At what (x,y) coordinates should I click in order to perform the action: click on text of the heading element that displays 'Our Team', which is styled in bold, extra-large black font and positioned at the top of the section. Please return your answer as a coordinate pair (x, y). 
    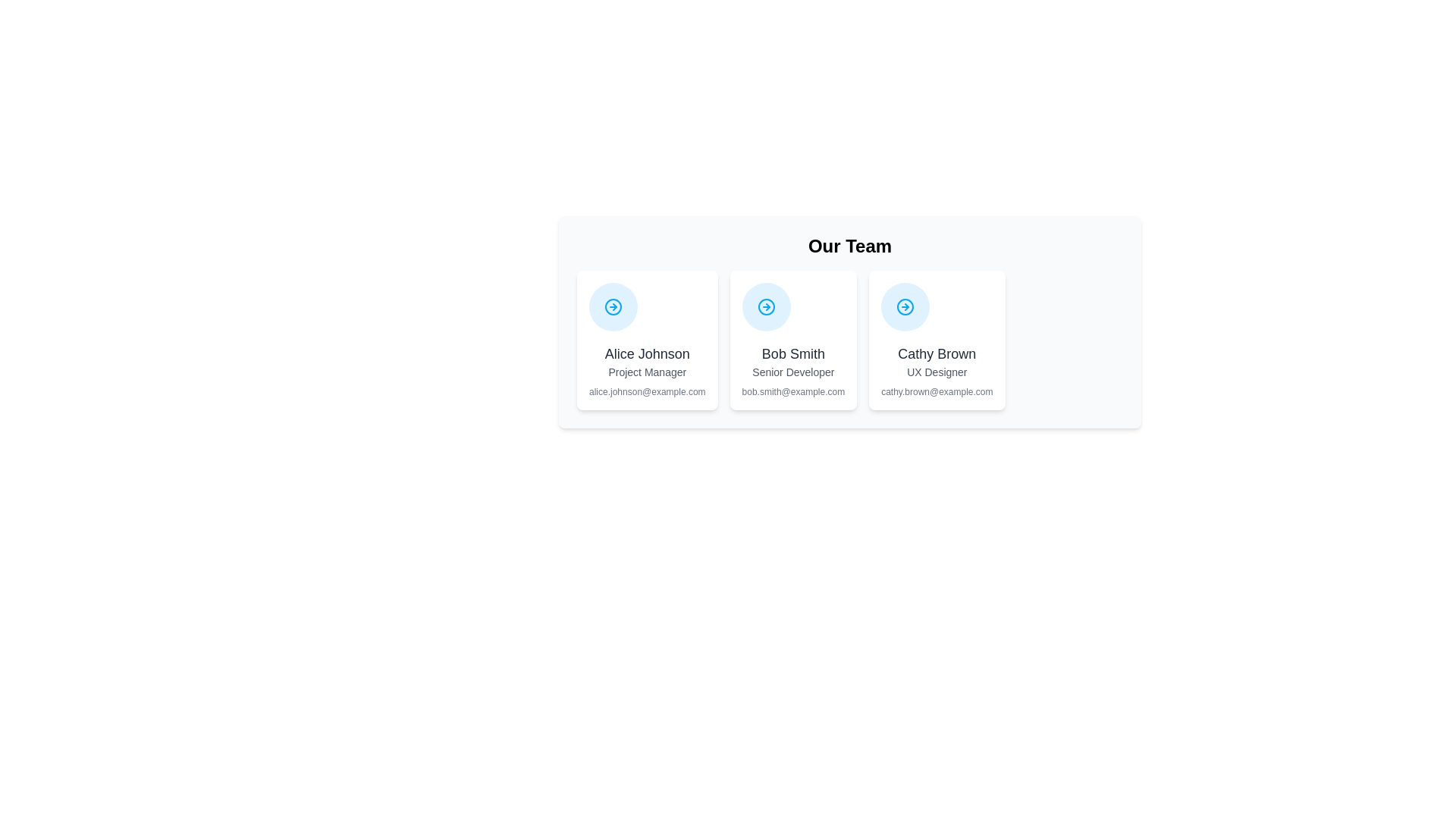
    Looking at the image, I should click on (850, 245).